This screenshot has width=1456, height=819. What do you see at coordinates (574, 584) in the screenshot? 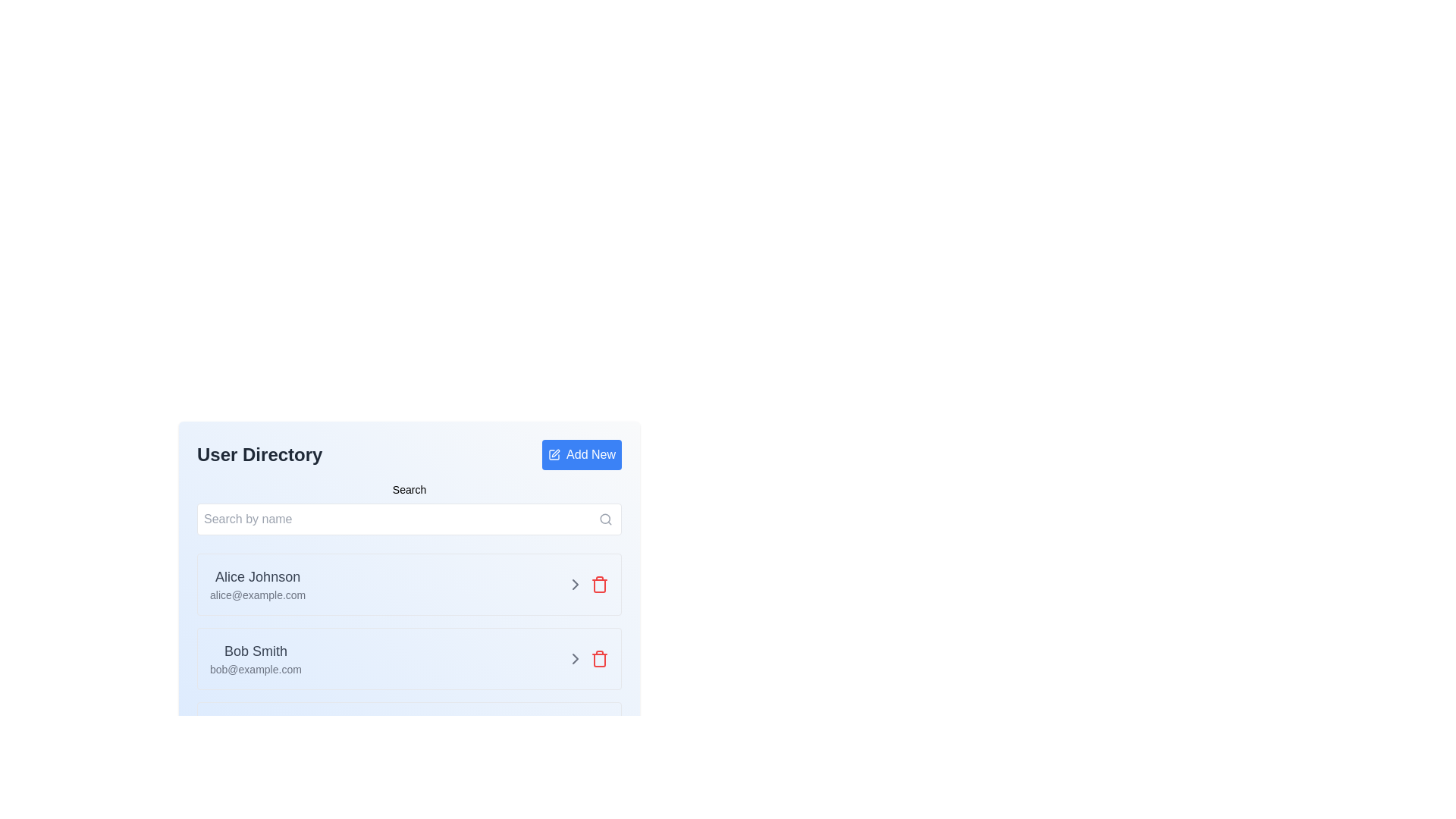
I see `the right-pointing chevron button, which is gray and changes to yellow on hover, located in the second row of the user directory listing, adjacent to the delete icon` at bounding box center [574, 584].